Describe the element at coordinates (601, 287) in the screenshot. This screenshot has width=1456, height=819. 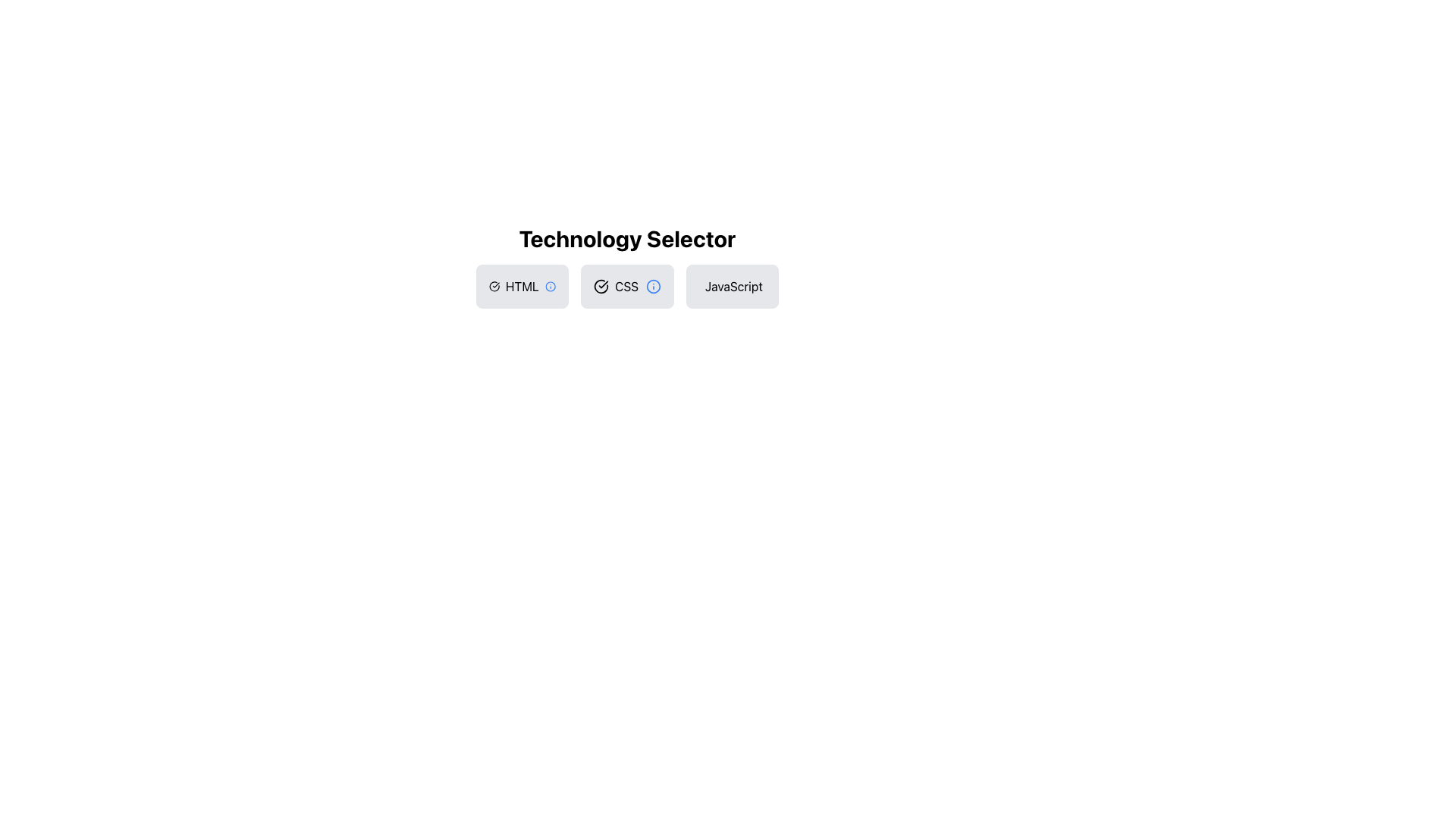
I see `the circle-check SVG icon that serves as a status indicator for the CSS option in the technology selector` at that location.